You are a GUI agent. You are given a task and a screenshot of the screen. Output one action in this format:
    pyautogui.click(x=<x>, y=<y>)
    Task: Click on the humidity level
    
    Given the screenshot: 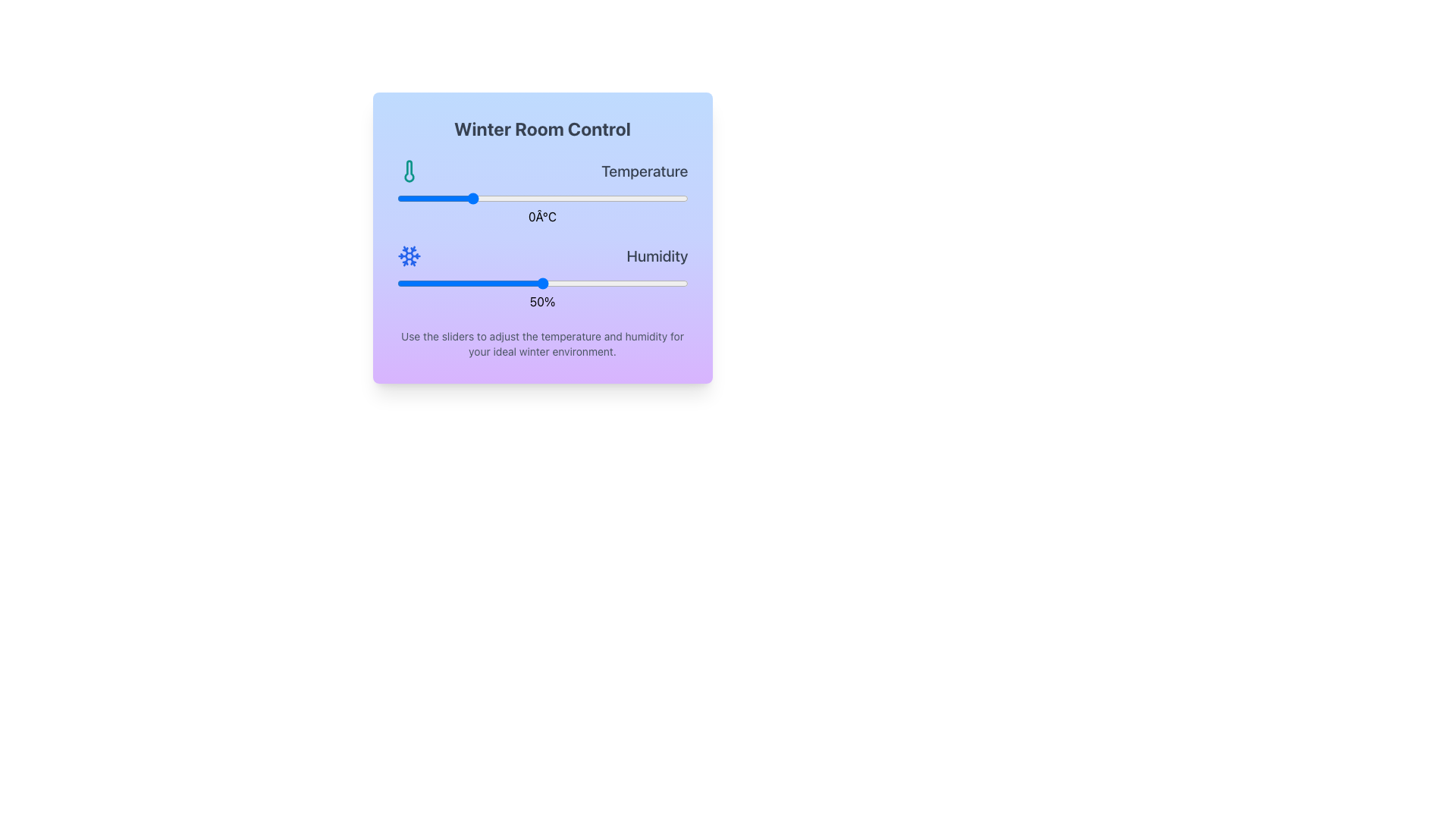 What is the action you would take?
    pyautogui.click(x=522, y=284)
    